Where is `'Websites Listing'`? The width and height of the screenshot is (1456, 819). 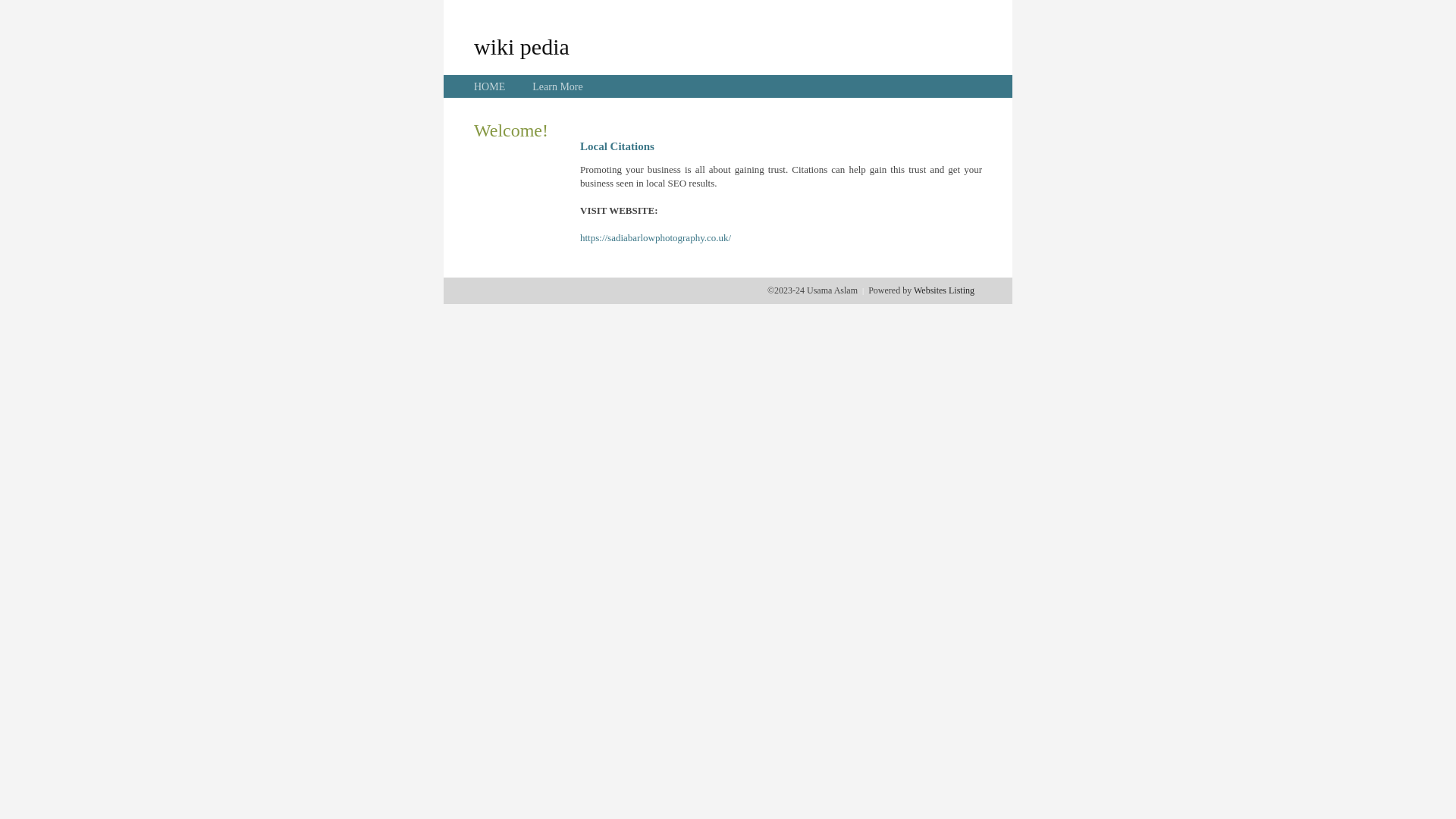 'Websites Listing' is located at coordinates (912, 290).